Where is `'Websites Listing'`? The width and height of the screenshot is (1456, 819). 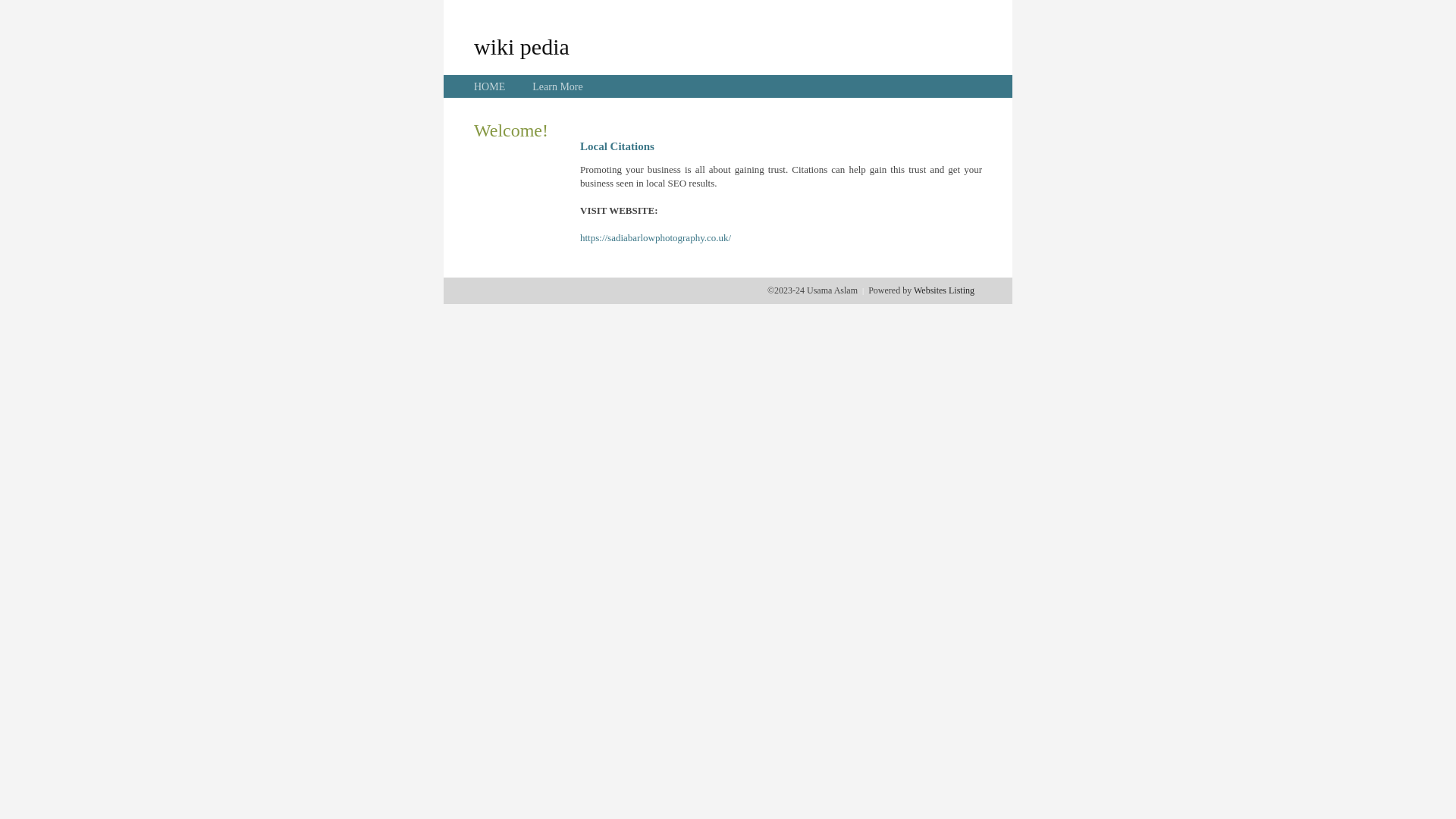 'Websites Listing' is located at coordinates (912, 290).